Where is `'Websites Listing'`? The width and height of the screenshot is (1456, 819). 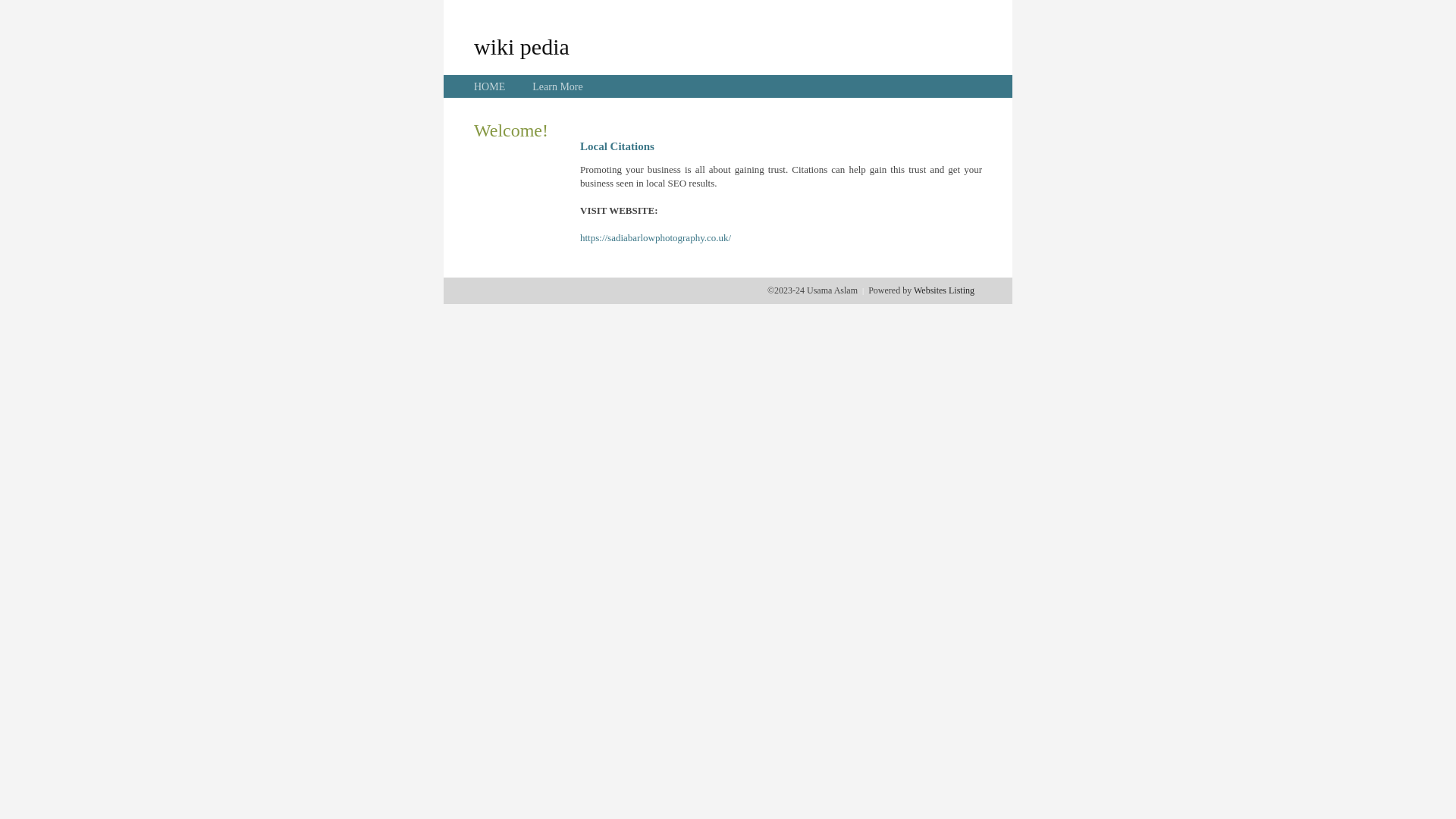 'Websites Listing' is located at coordinates (912, 290).